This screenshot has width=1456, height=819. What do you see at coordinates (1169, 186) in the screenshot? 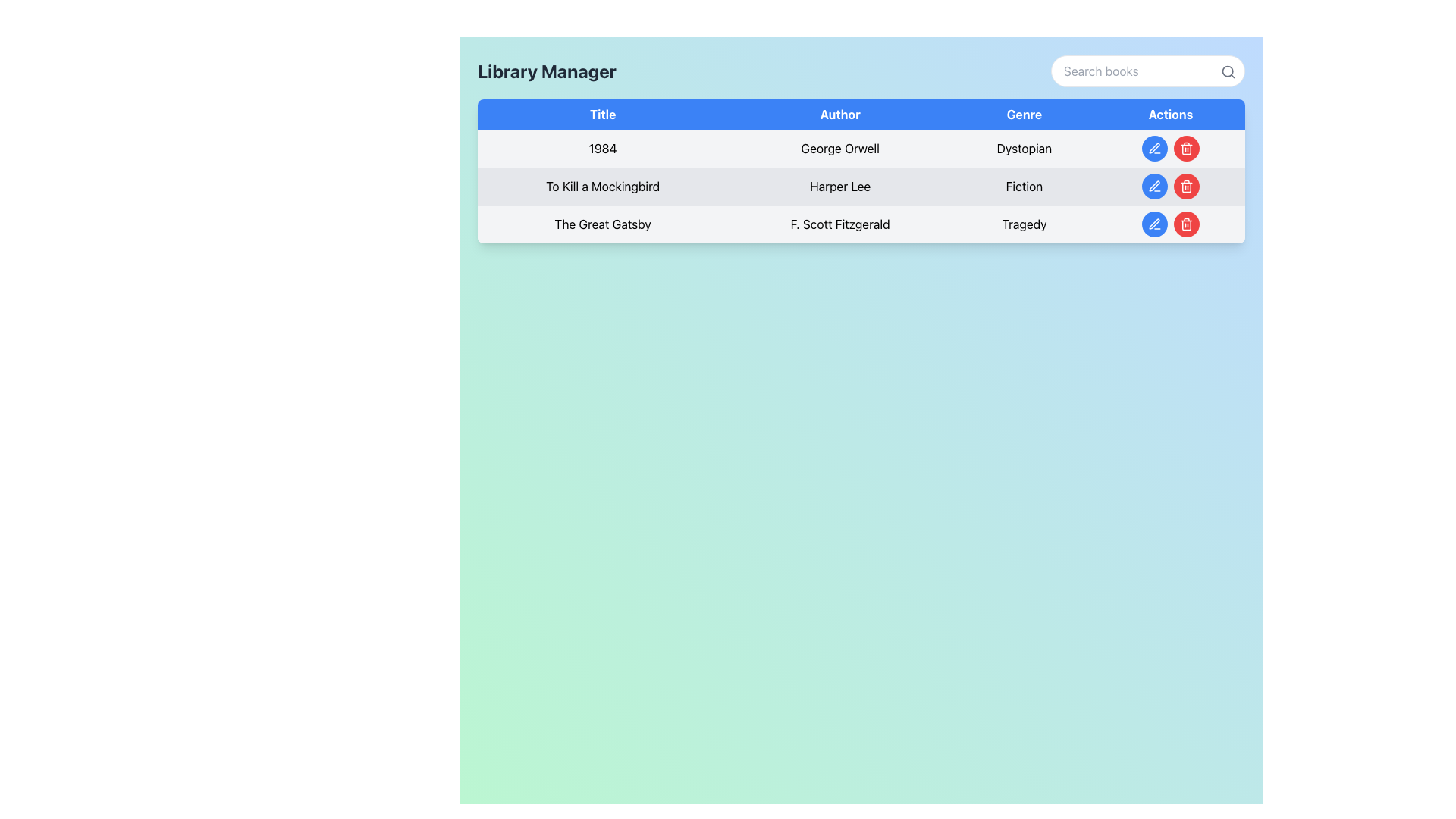
I see `the button group consisting of 'Edit' and 'Delete' buttons in the Actions column for the book 'To Kill a Mockingbird'` at bounding box center [1169, 186].